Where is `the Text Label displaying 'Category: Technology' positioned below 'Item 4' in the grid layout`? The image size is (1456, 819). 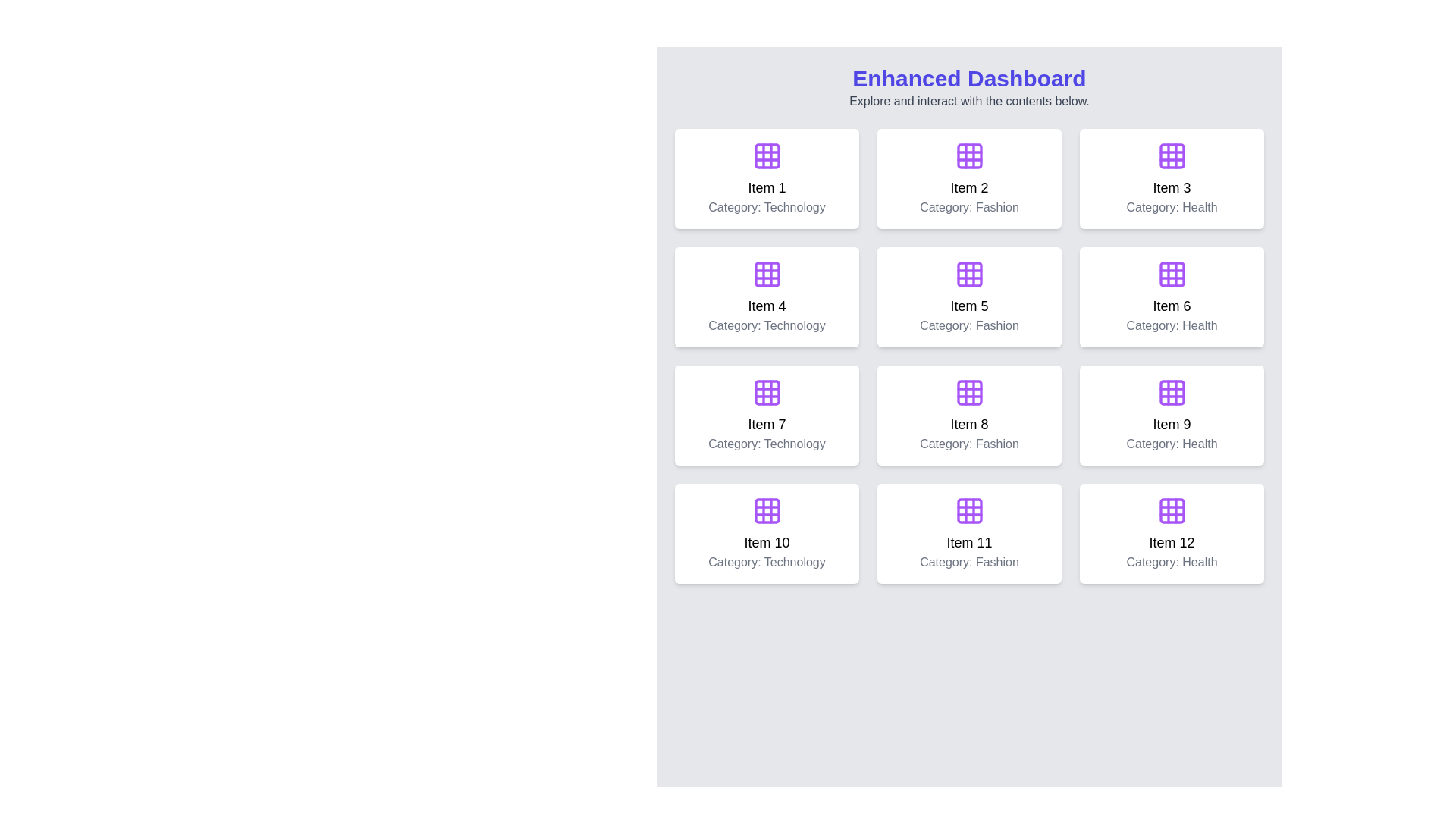
the Text Label displaying 'Category: Technology' positioned below 'Item 4' in the grid layout is located at coordinates (767, 325).